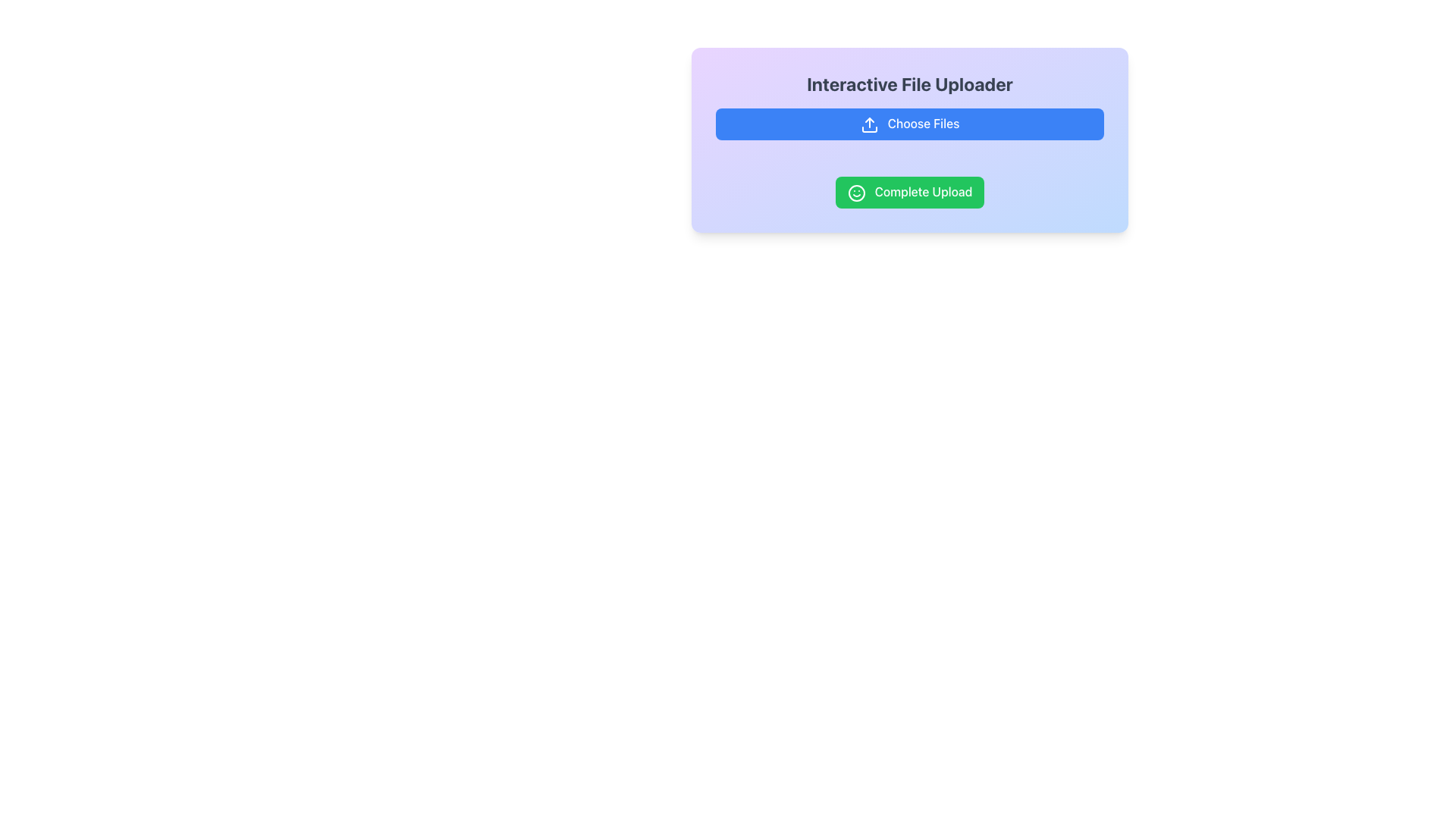 This screenshot has height=819, width=1456. I want to click on the circular decorative icon that is part of the smiling face on the left side of the 'Complete Upload' button, so click(856, 192).